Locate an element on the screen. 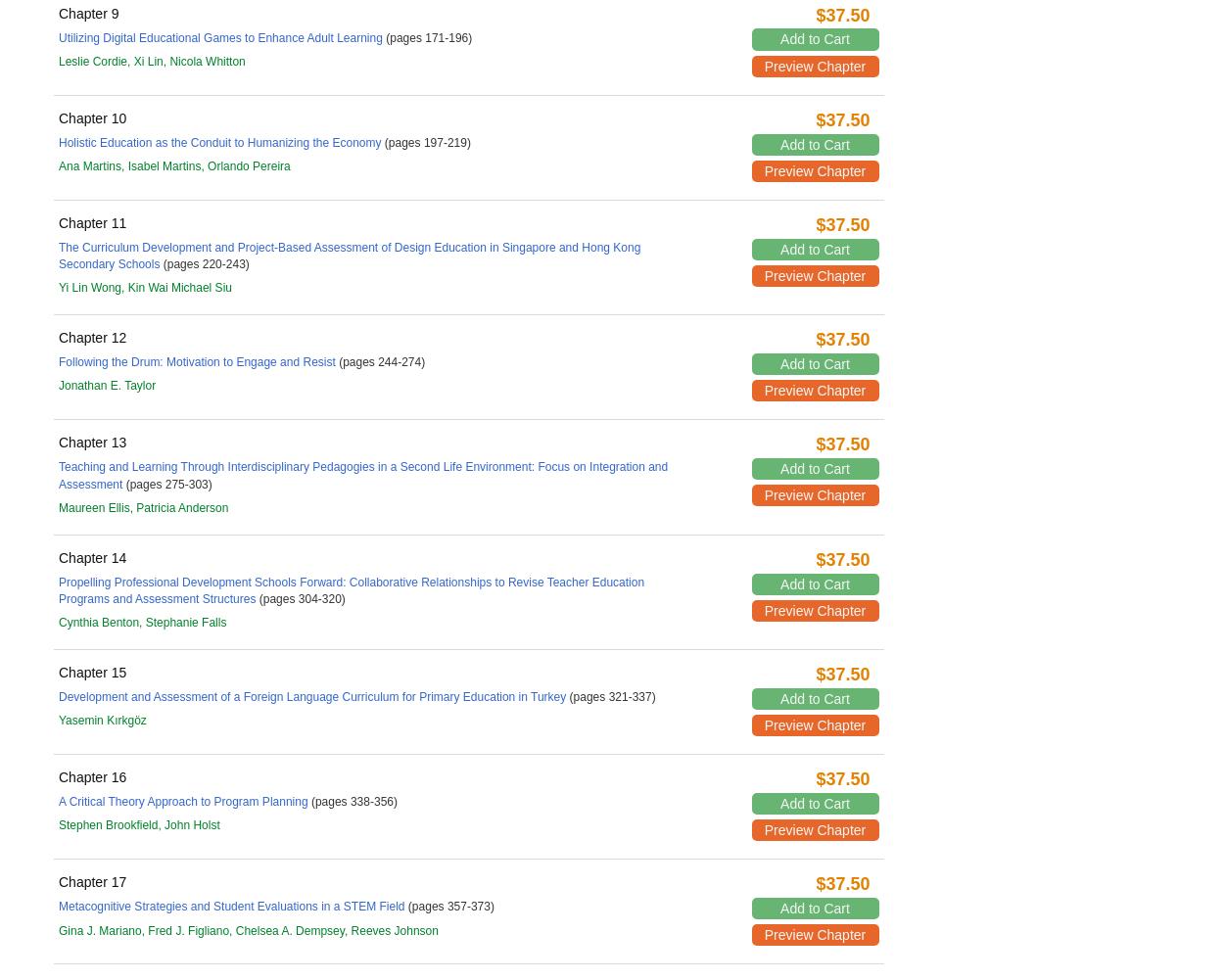  '(pages 304-320)' is located at coordinates (256, 598).